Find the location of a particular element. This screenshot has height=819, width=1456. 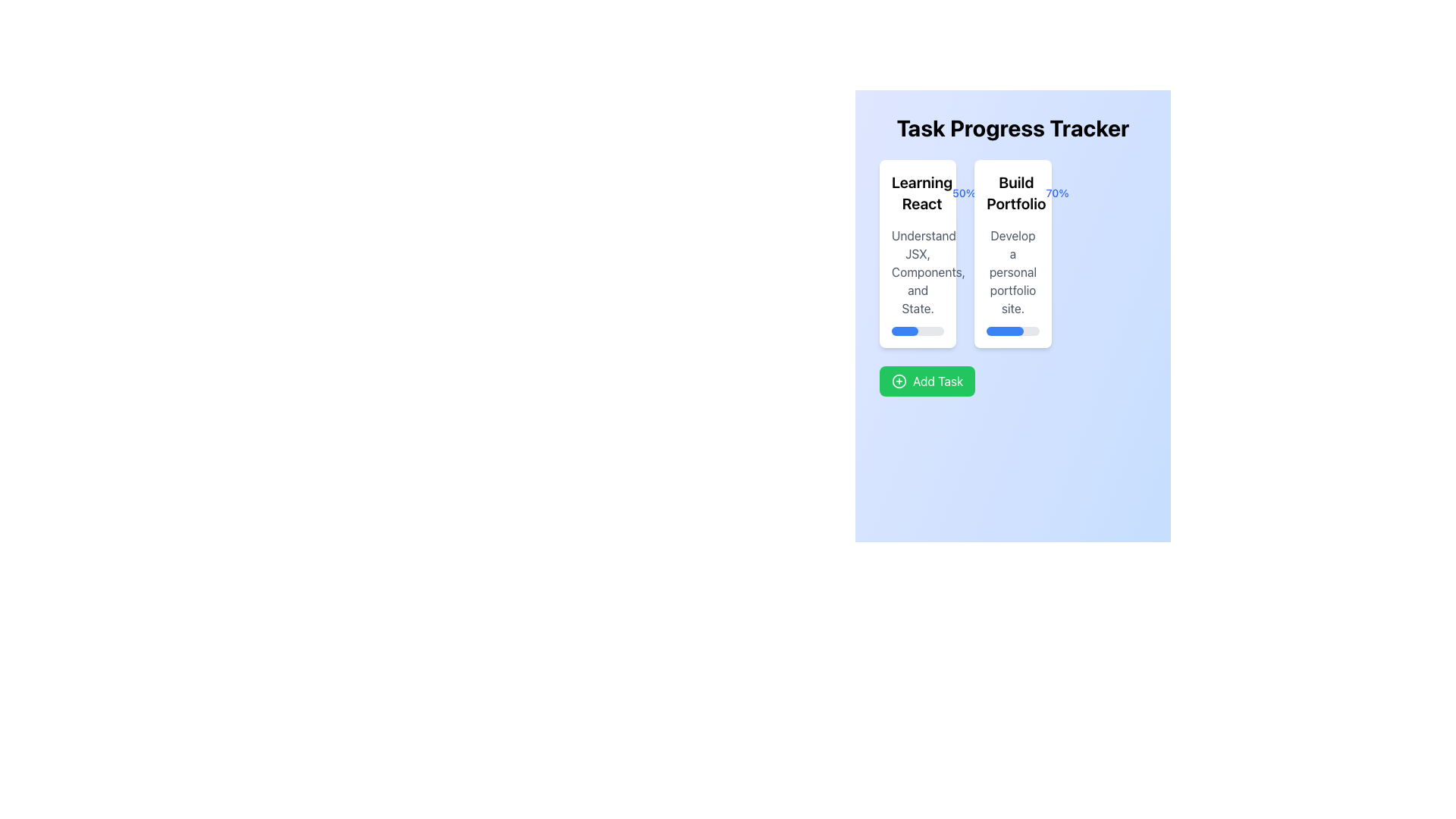

descriptive text located in the second card titled 'Build Portfolio' in the task tracker layout, which is positioned below the title and percentage text and above the progress bar is located at coordinates (1012, 271).